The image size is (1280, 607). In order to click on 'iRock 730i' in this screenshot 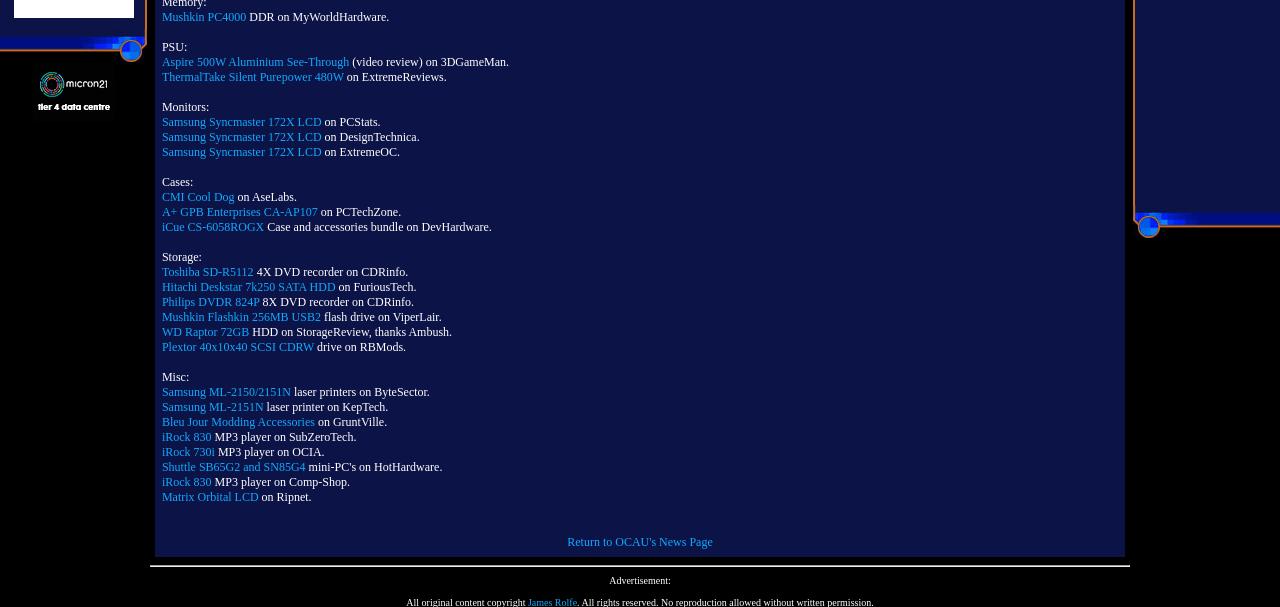, I will do `click(187, 450)`.